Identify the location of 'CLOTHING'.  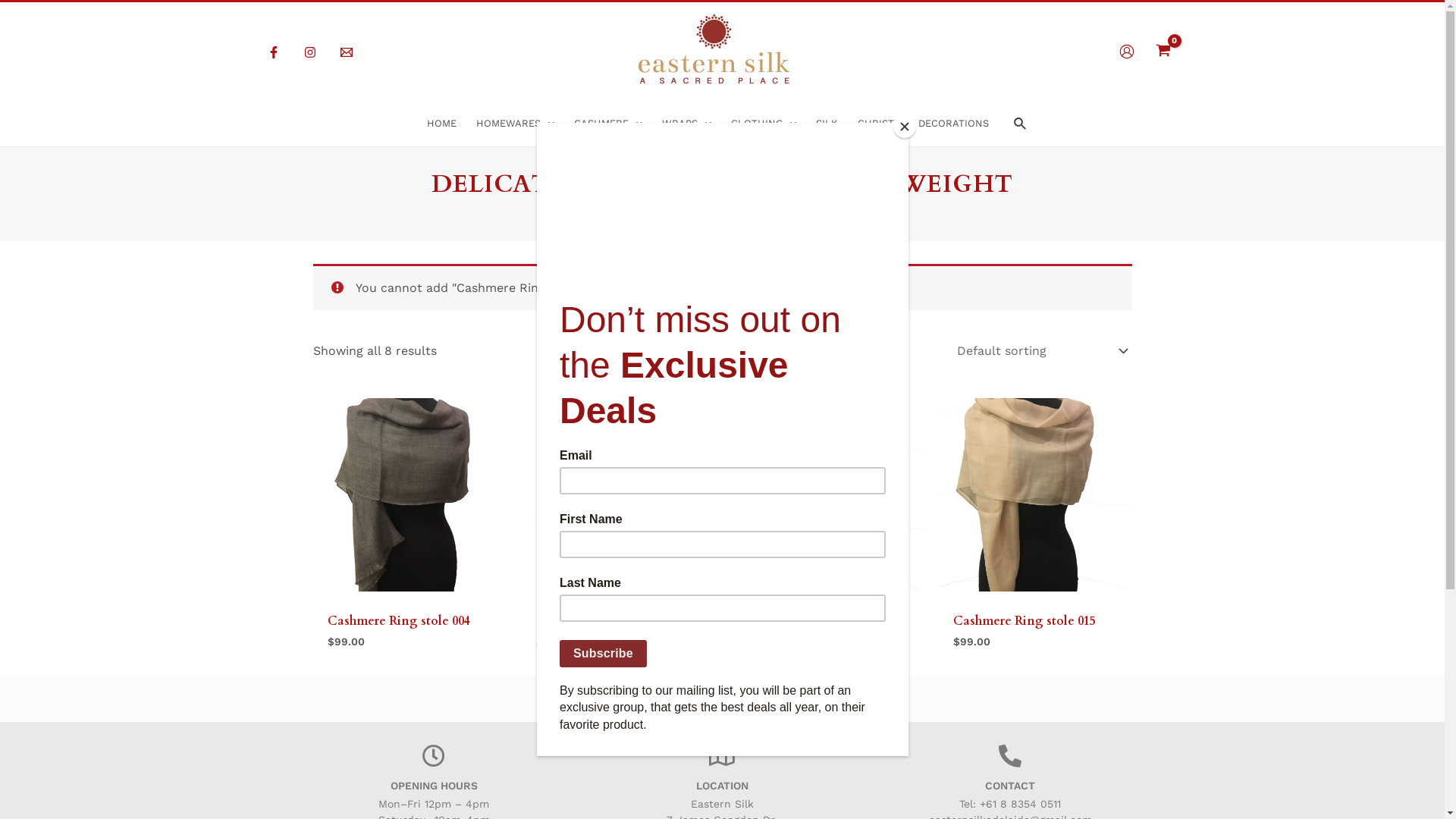
(764, 122).